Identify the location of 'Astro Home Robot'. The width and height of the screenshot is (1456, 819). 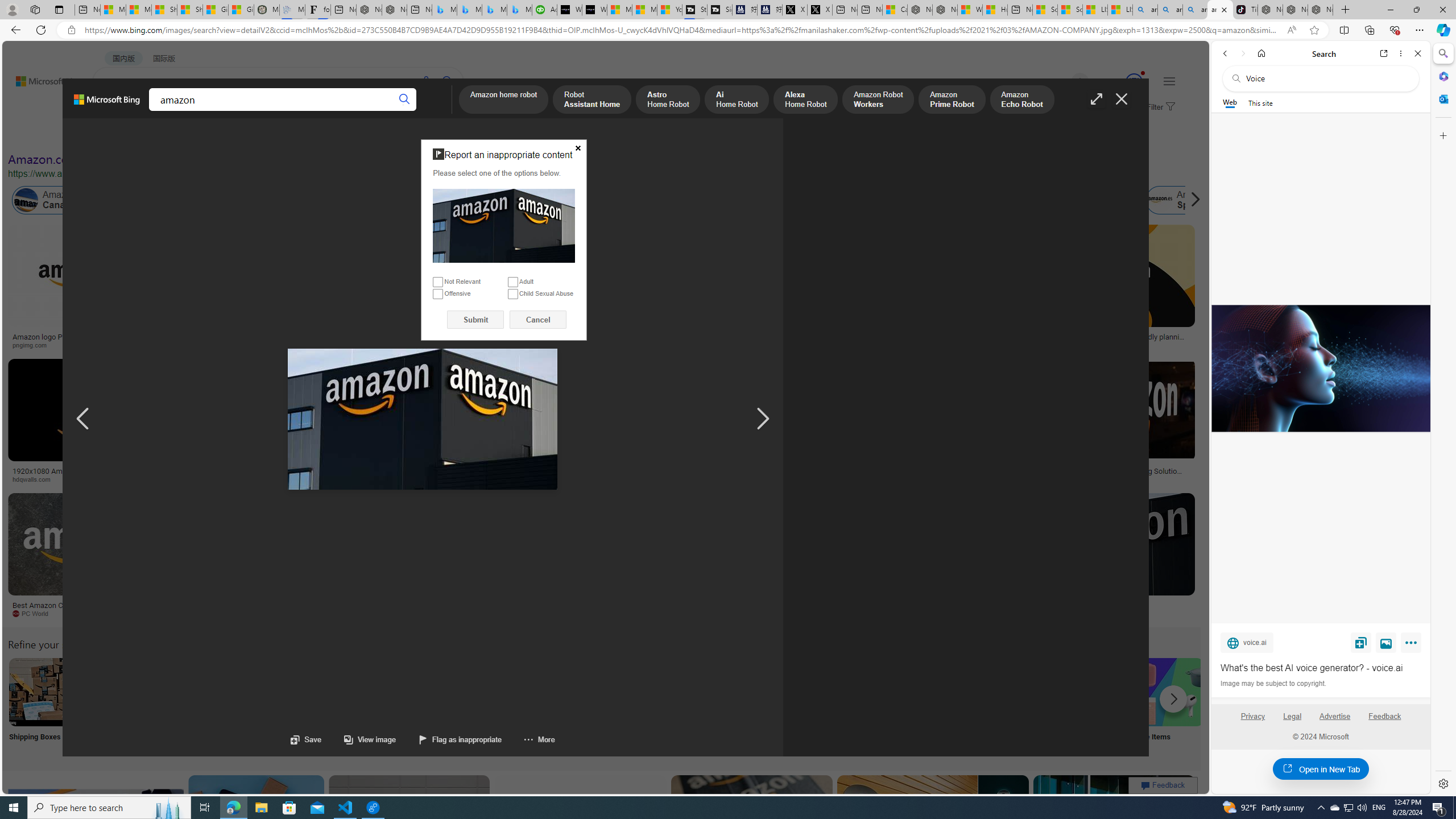
(668, 100).